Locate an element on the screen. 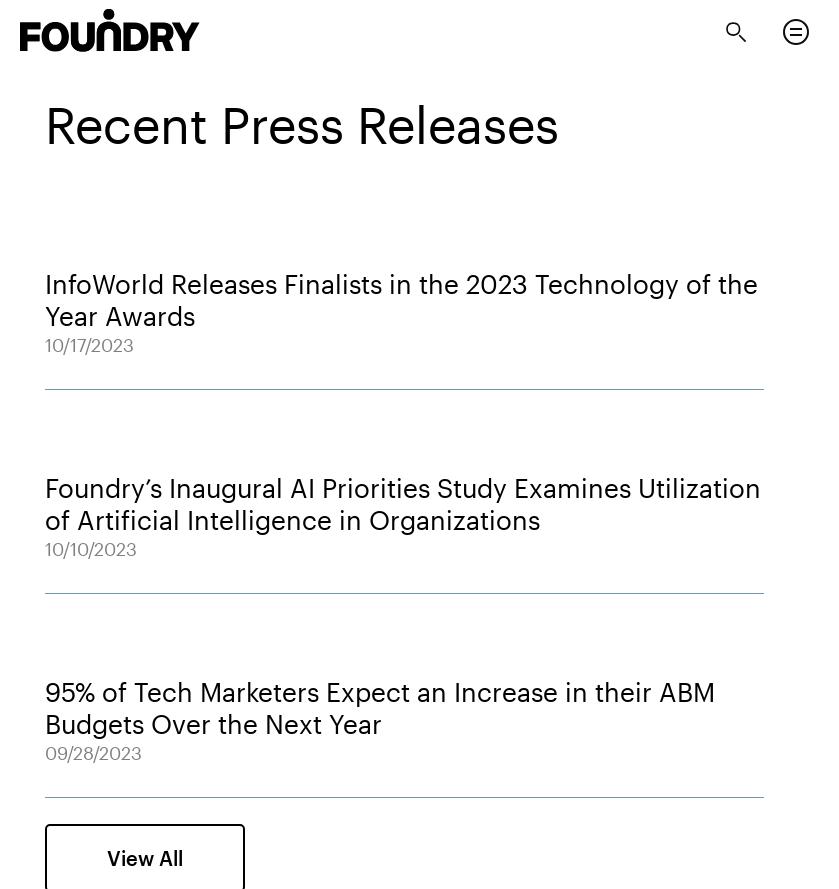 This screenshot has height=889, width=839. 'Foundry’s Inaugural AI Priorities Study Examines Utilization of Artificial Intelligence in Organizations' is located at coordinates (44, 501).